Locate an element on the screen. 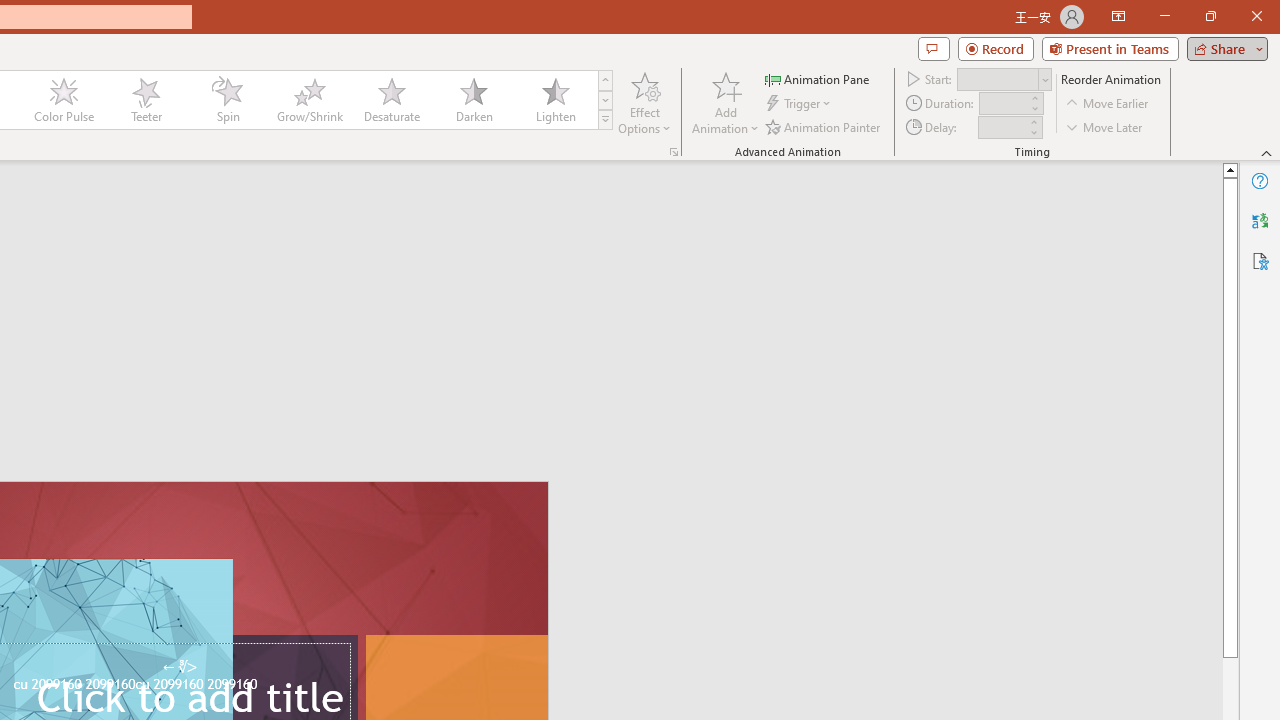 Image resolution: width=1280 pixels, height=720 pixels. 'Grow/Shrink' is located at coordinates (308, 100).